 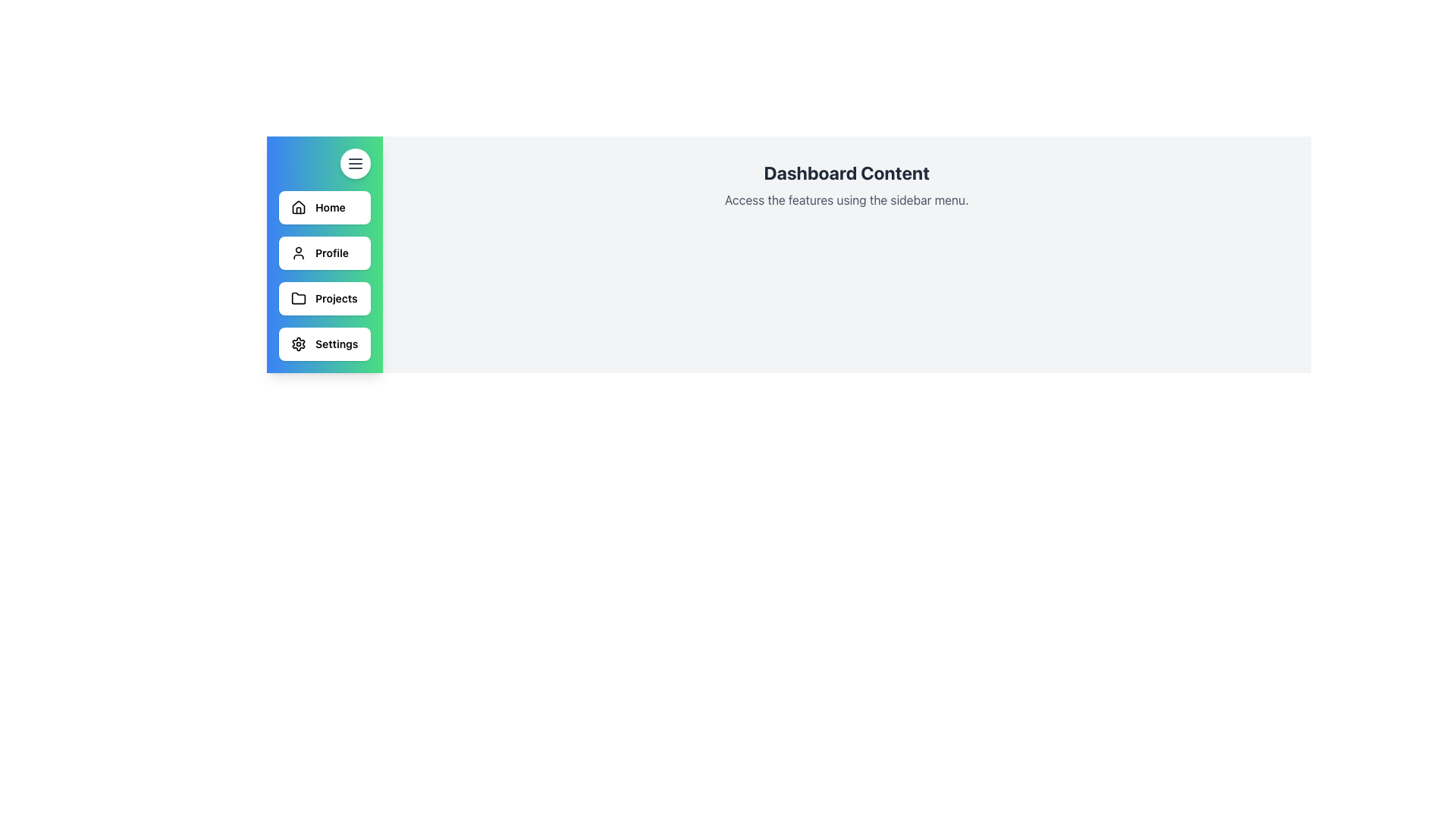 What do you see at coordinates (324, 207) in the screenshot?
I see `the first navigation button on the left sidebar` at bounding box center [324, 207].